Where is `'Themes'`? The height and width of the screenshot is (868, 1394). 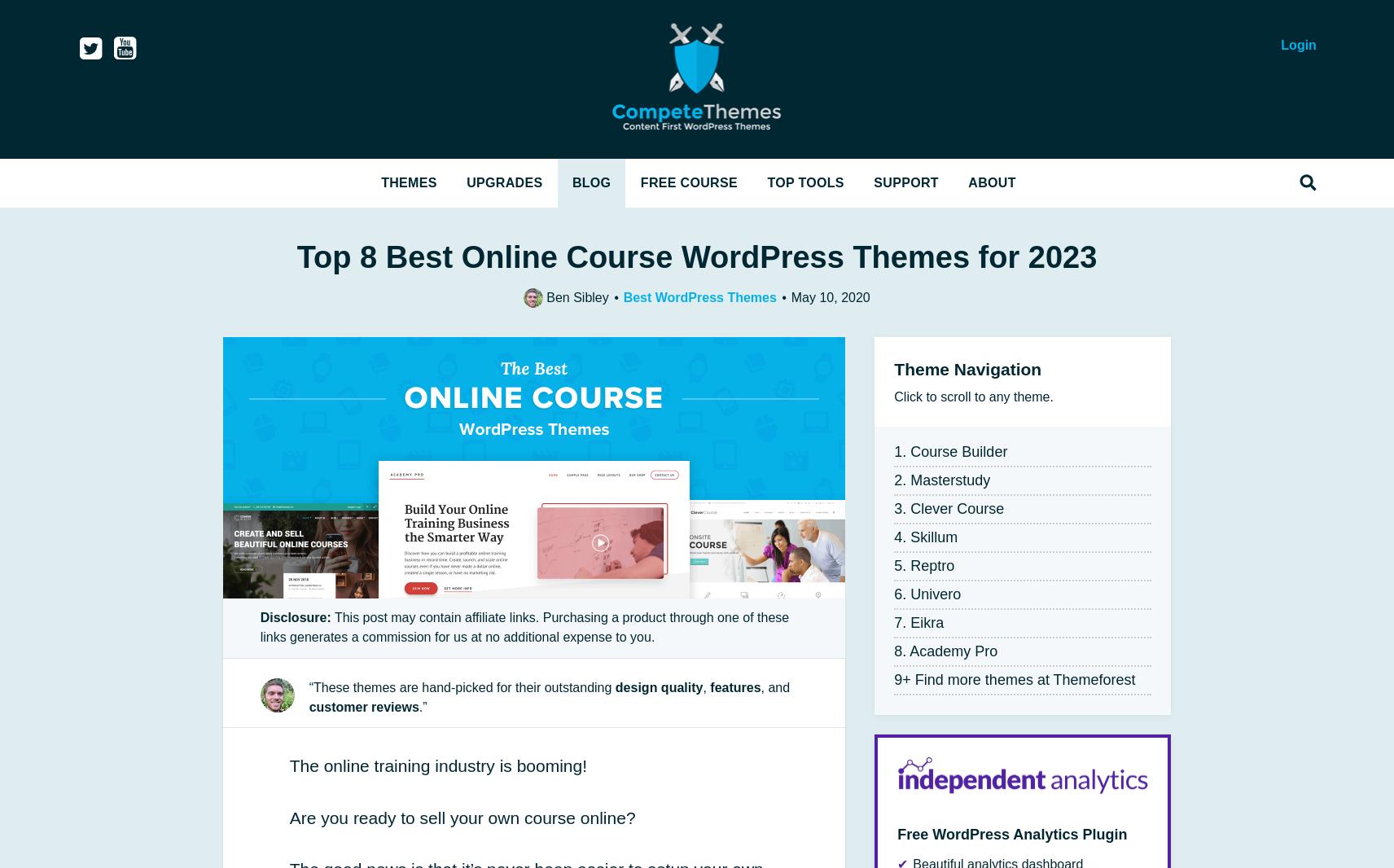
'Themes' is located at coordinates (380, 182).